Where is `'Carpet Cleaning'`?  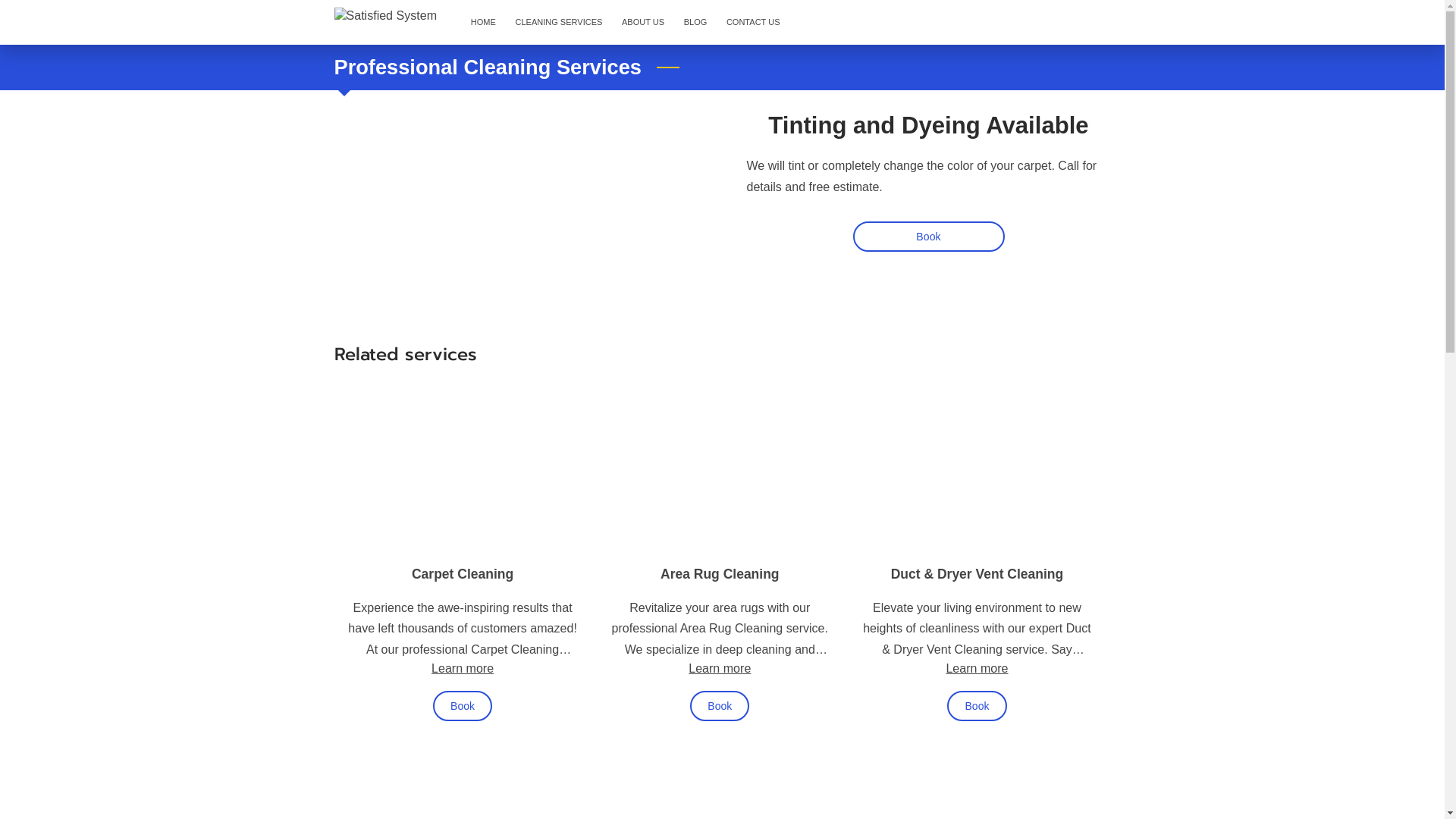
'Carpet Cleaning' is located at coordinates (461, 573).